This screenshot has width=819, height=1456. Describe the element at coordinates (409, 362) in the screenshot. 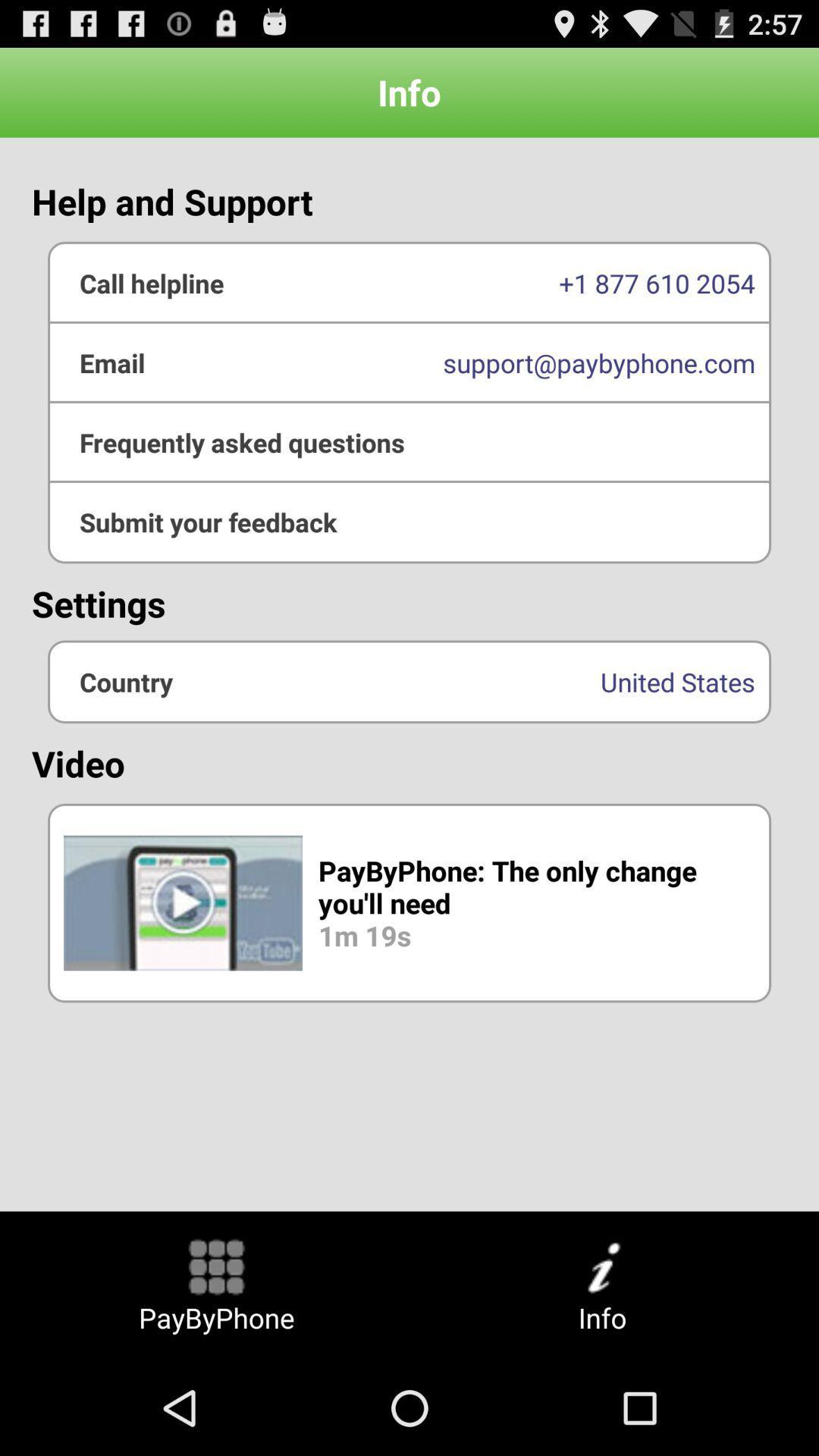

I see `the support@paybyphone.com` at that location.